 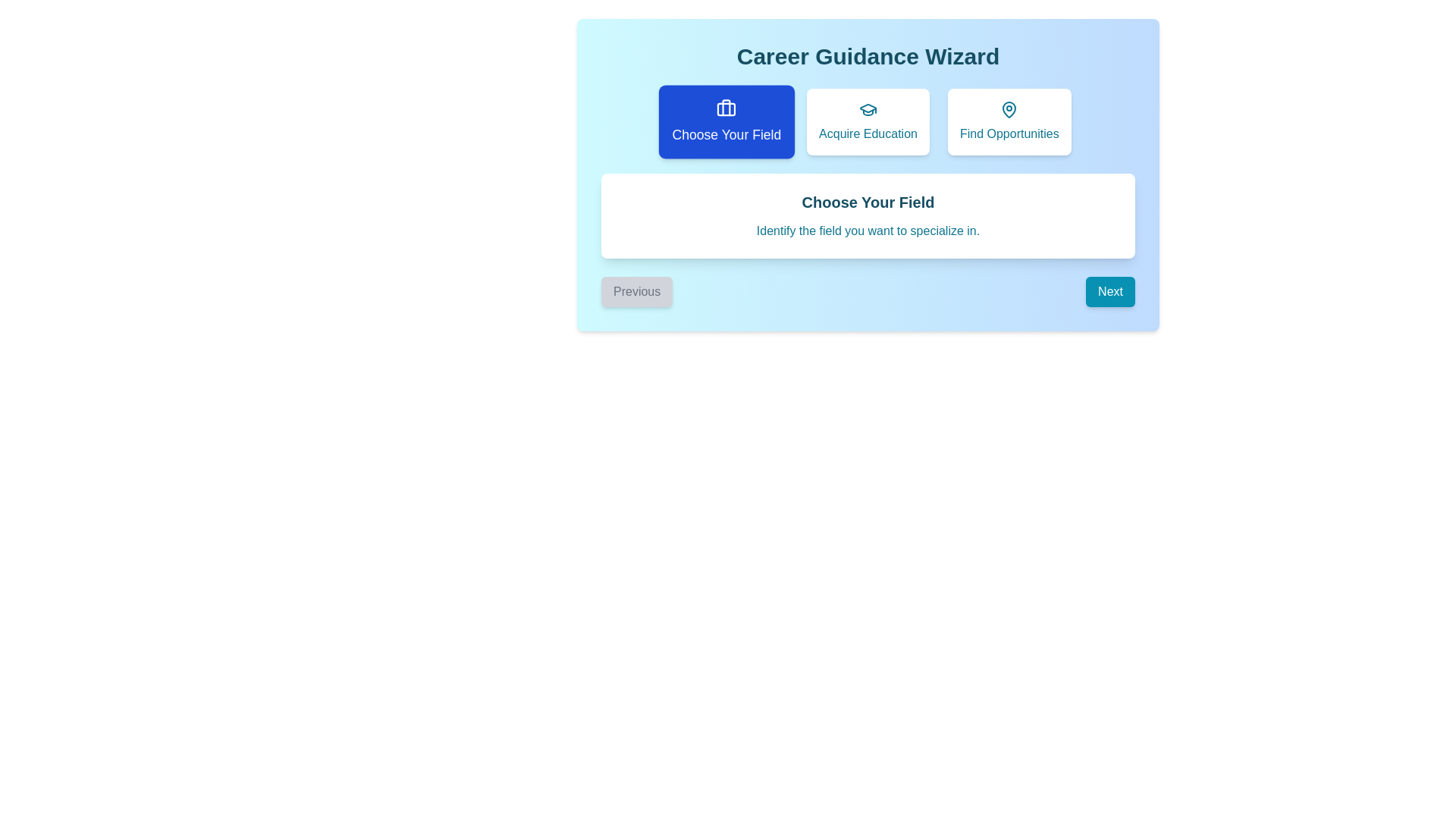 What do you see at coordinates (726, 108) in the screenshot?
I see `the decorative icon representing a briefcase or toolbox on the 'Choose Your Field' button, which is visually distinct with a blue background` at bounding box center [726, 108].